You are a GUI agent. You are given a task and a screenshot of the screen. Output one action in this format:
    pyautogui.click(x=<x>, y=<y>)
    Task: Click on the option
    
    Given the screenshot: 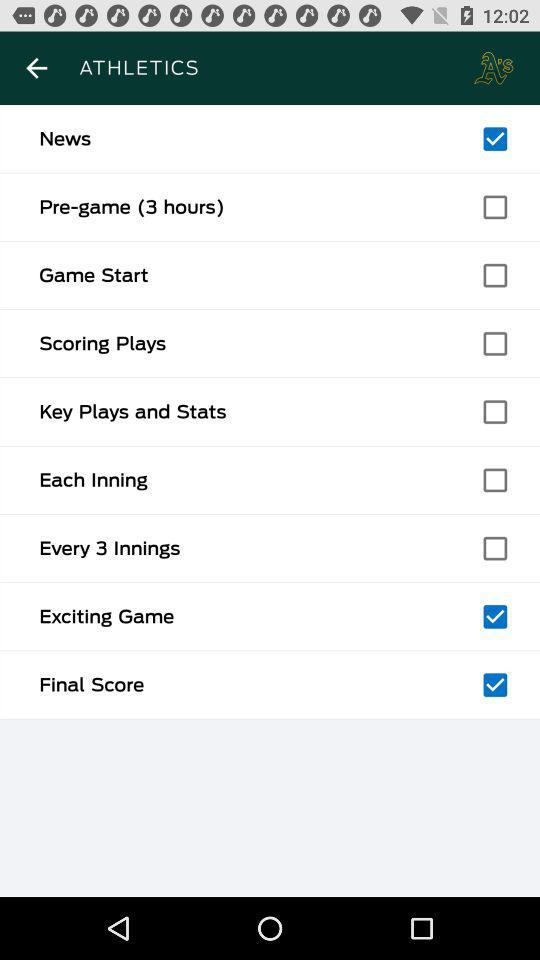 What is the action you would take?
    pyautogui.click(x=494, y=207)
    